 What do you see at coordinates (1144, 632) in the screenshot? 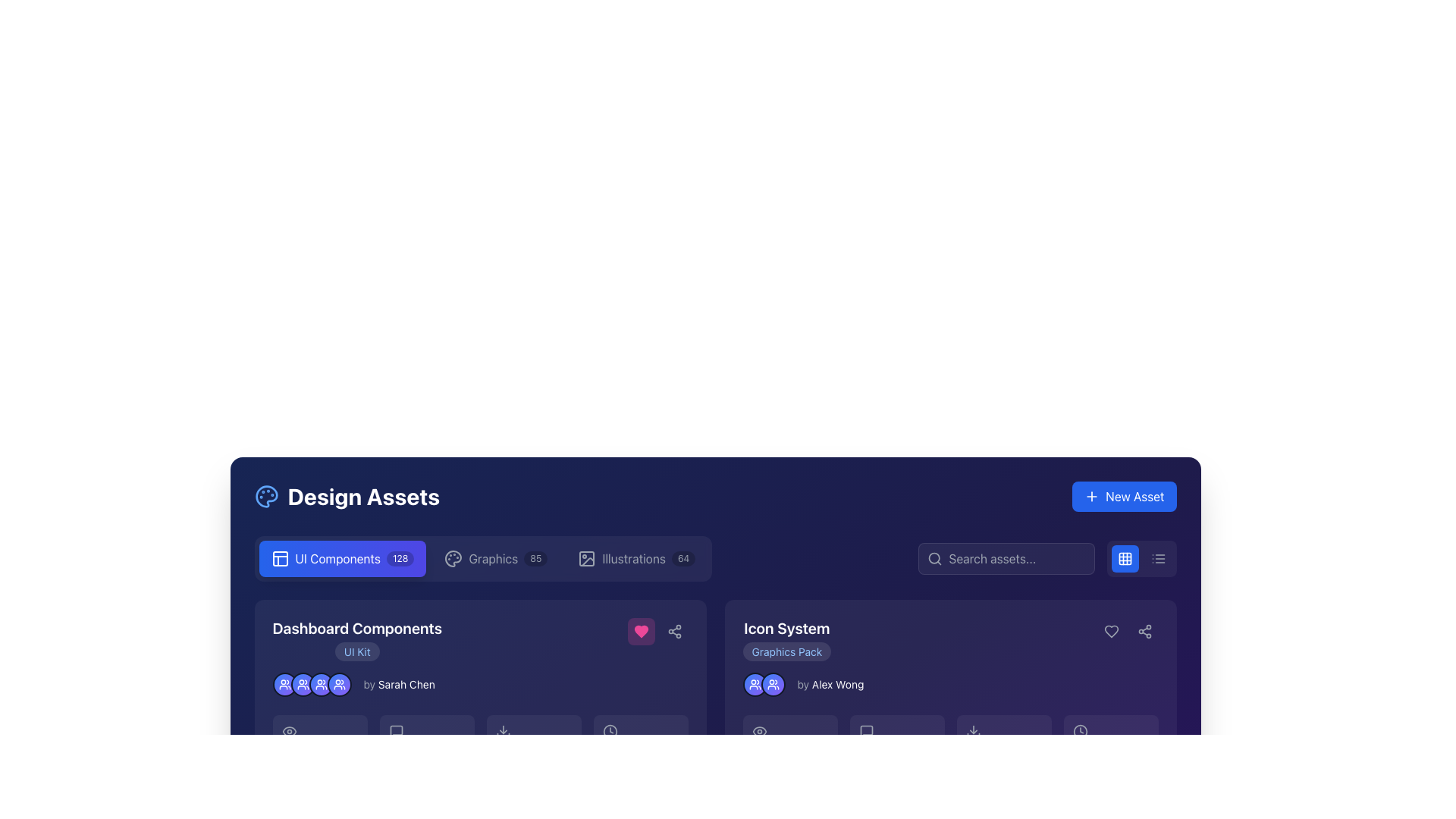
I see `the 'Share' icon located in the dark-themed card near the top-right corner, just below the section heading and to the right of the heart-shaped icon` at bounding box center [1144, 632].